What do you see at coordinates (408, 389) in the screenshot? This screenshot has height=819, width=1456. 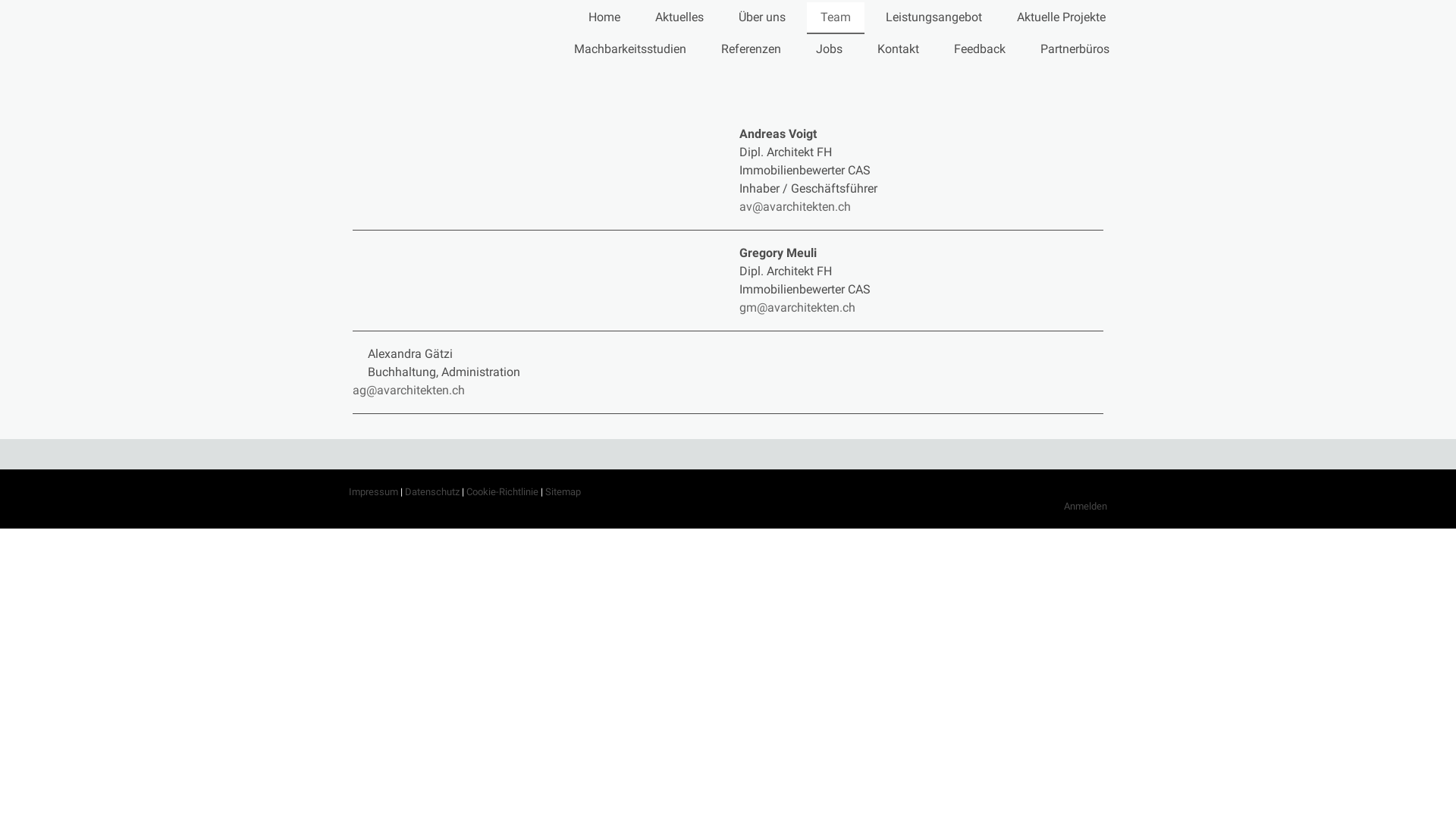 I see `'ag@avarchitekten.ch'` at bounding box center [408, 389].